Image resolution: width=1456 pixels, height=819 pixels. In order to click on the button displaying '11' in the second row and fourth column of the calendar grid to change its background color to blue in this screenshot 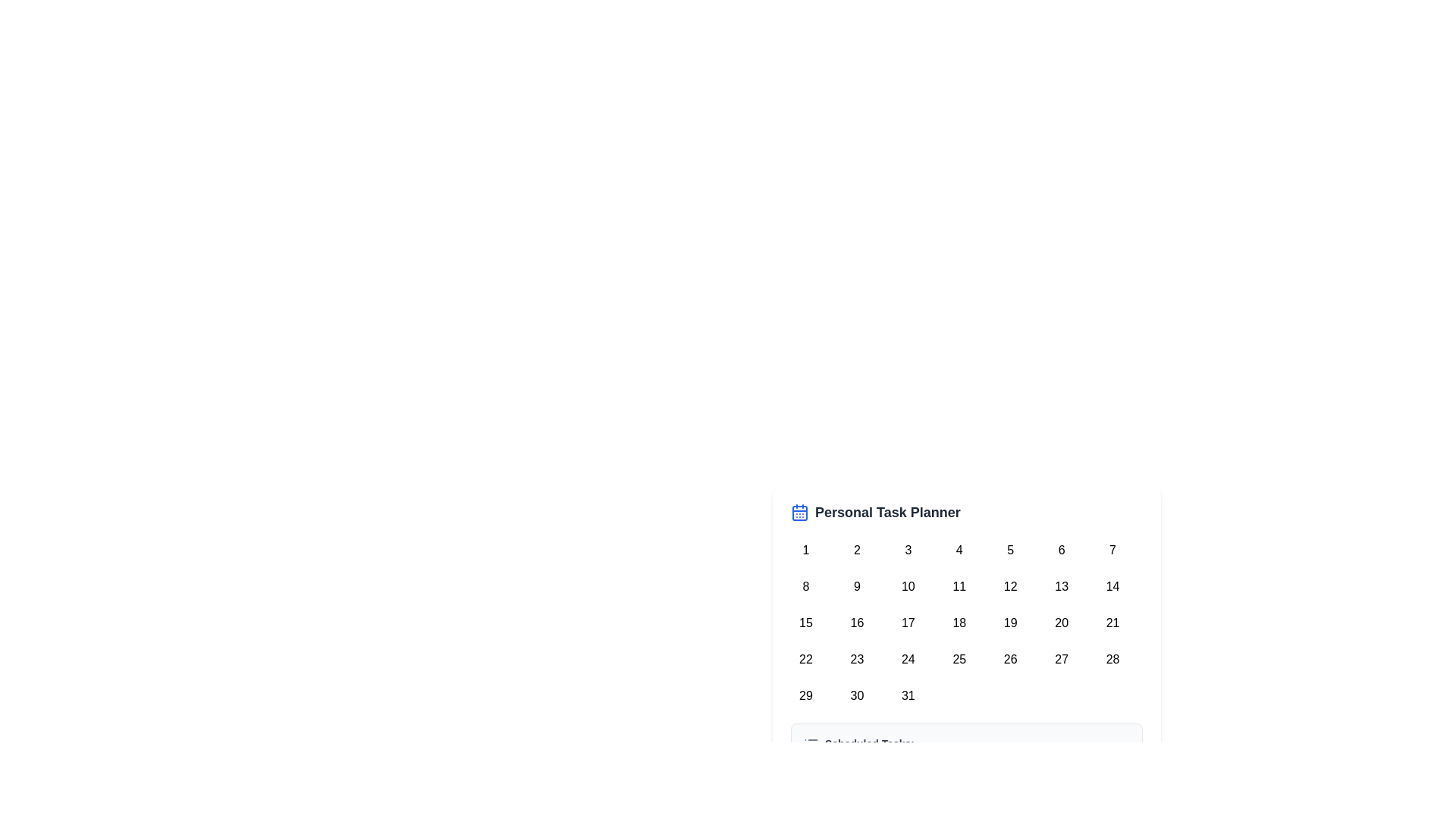, I will do `click(959, 586)`.